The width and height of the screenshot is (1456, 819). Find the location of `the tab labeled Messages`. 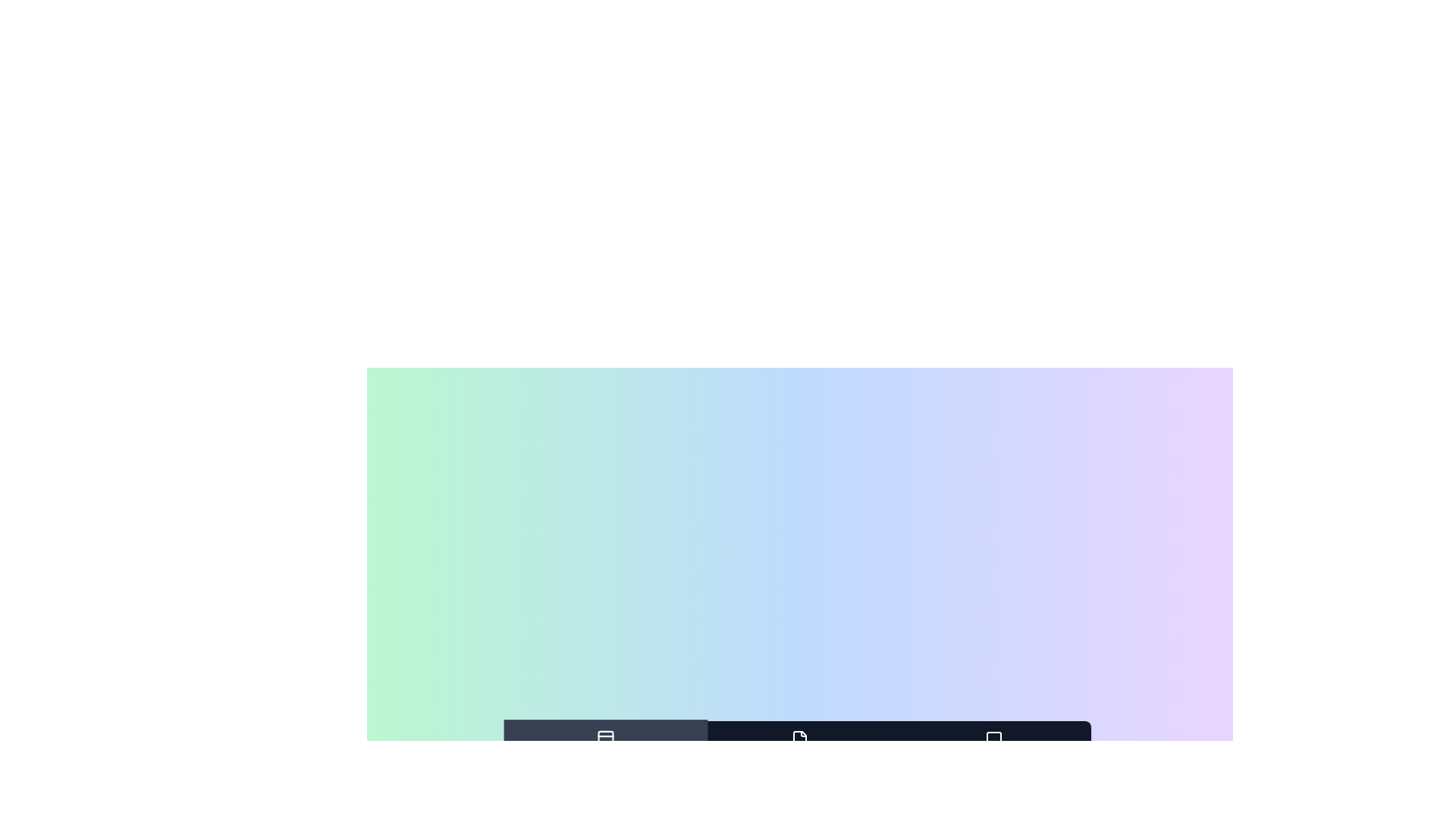

the tab labeled Messages is located at coordinates (993, 748).